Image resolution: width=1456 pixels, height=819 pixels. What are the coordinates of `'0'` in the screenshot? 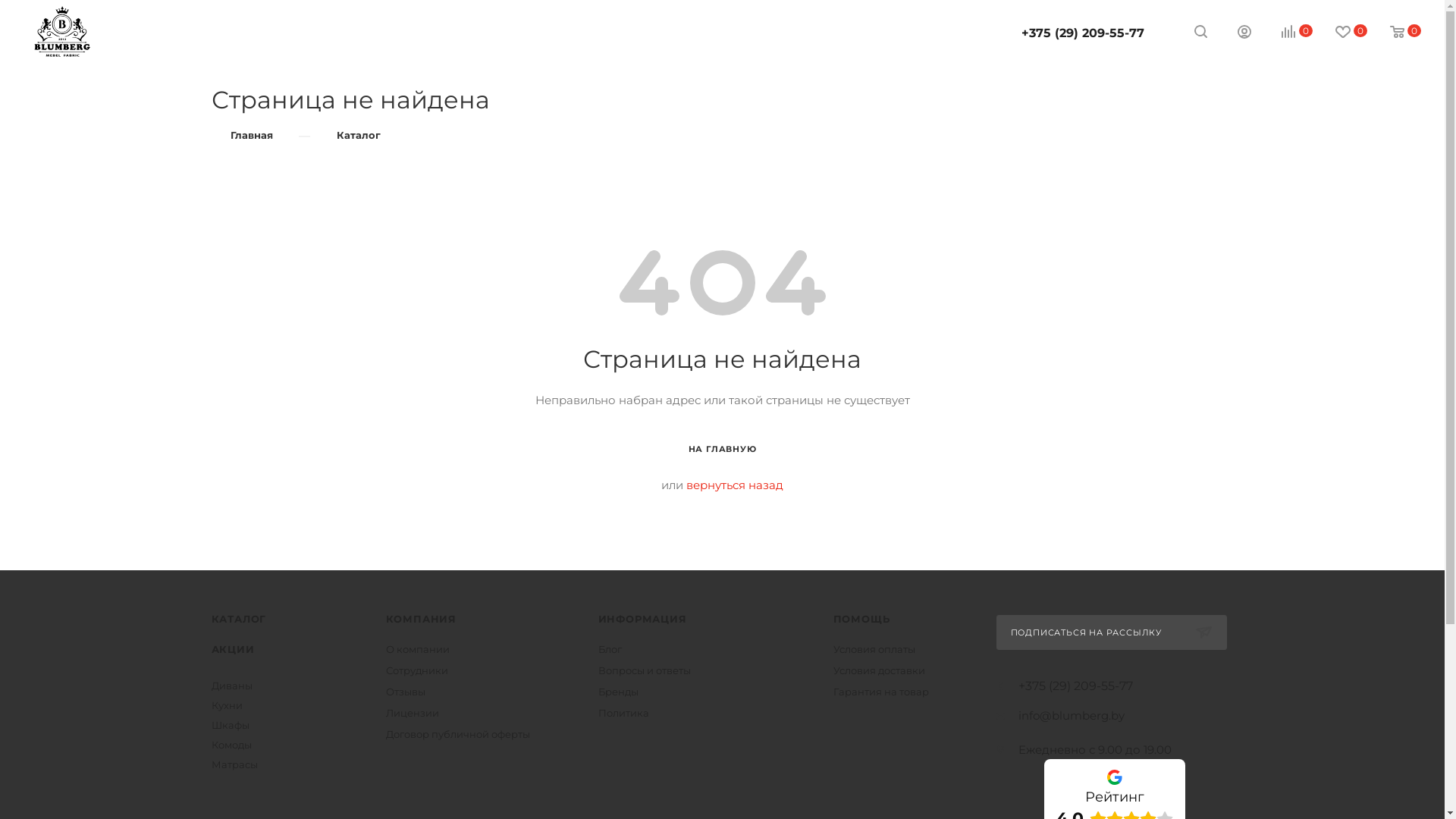 It's located at (1340, 32).